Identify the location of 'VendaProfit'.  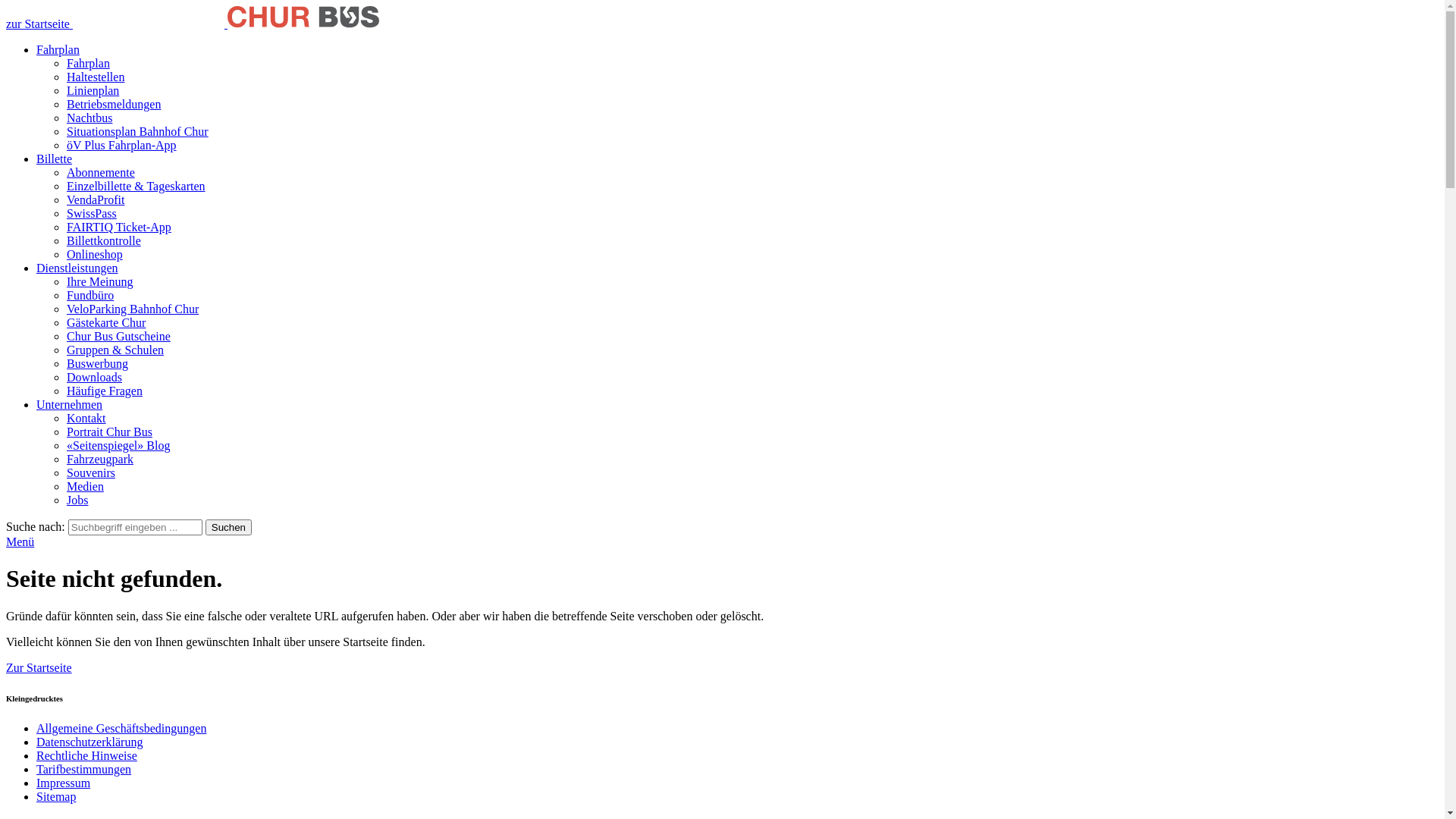
(94, 199).